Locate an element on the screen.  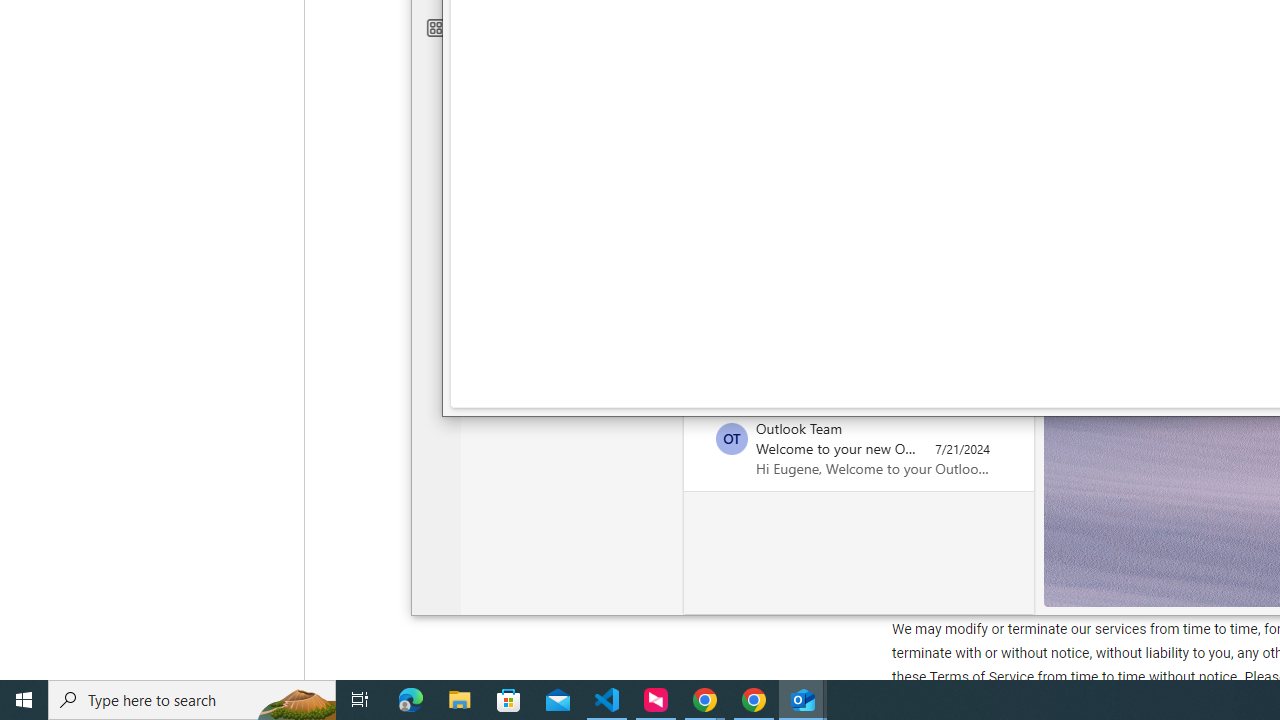
'Visual Studio Code - 1 running window' is located at coordinates (606, 698).